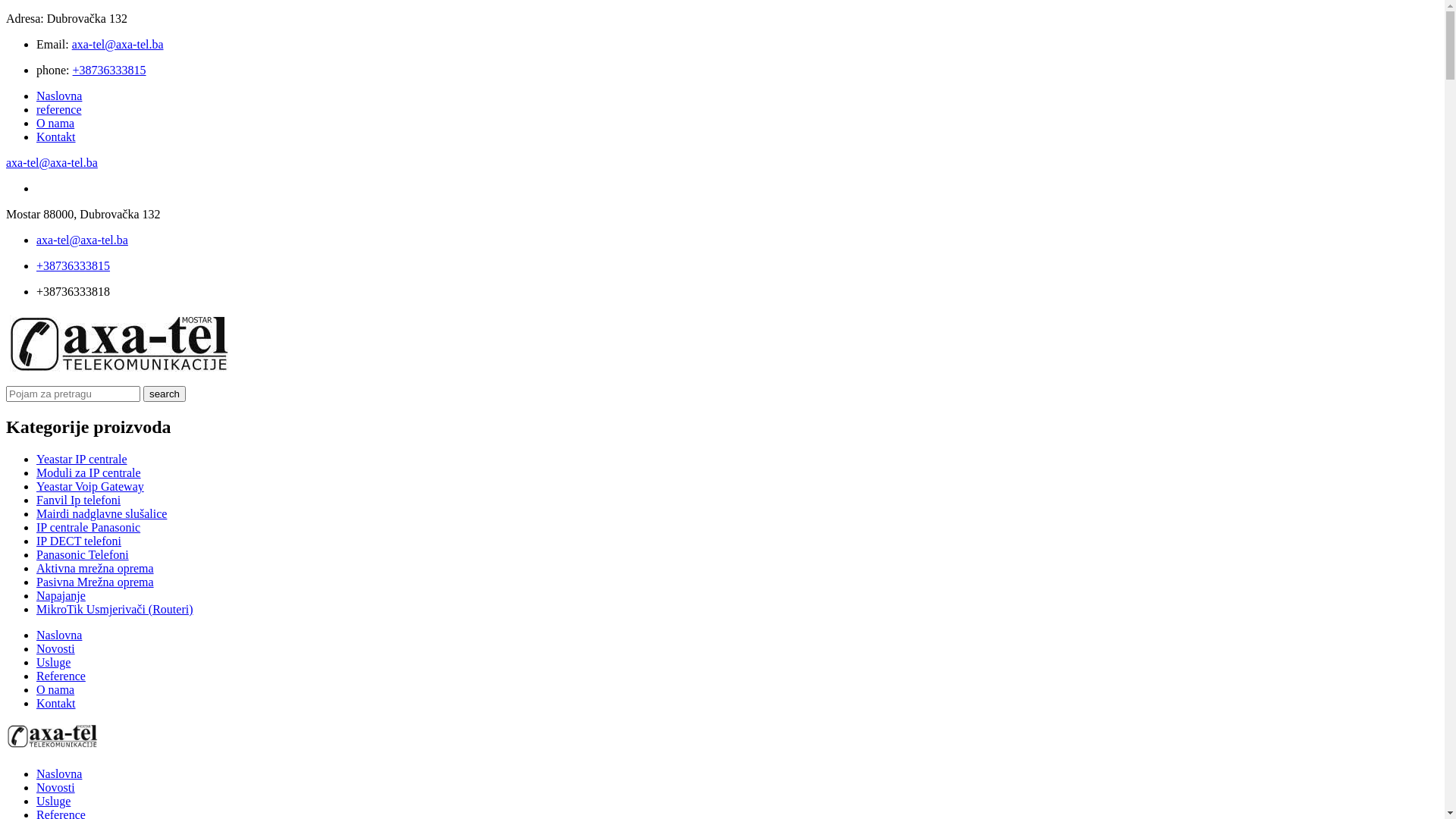 The width and height of the screenshot is (1456, 819). Describe the element at coordinates (58, 108) in the screenshot. I see `'reference'` at that location.